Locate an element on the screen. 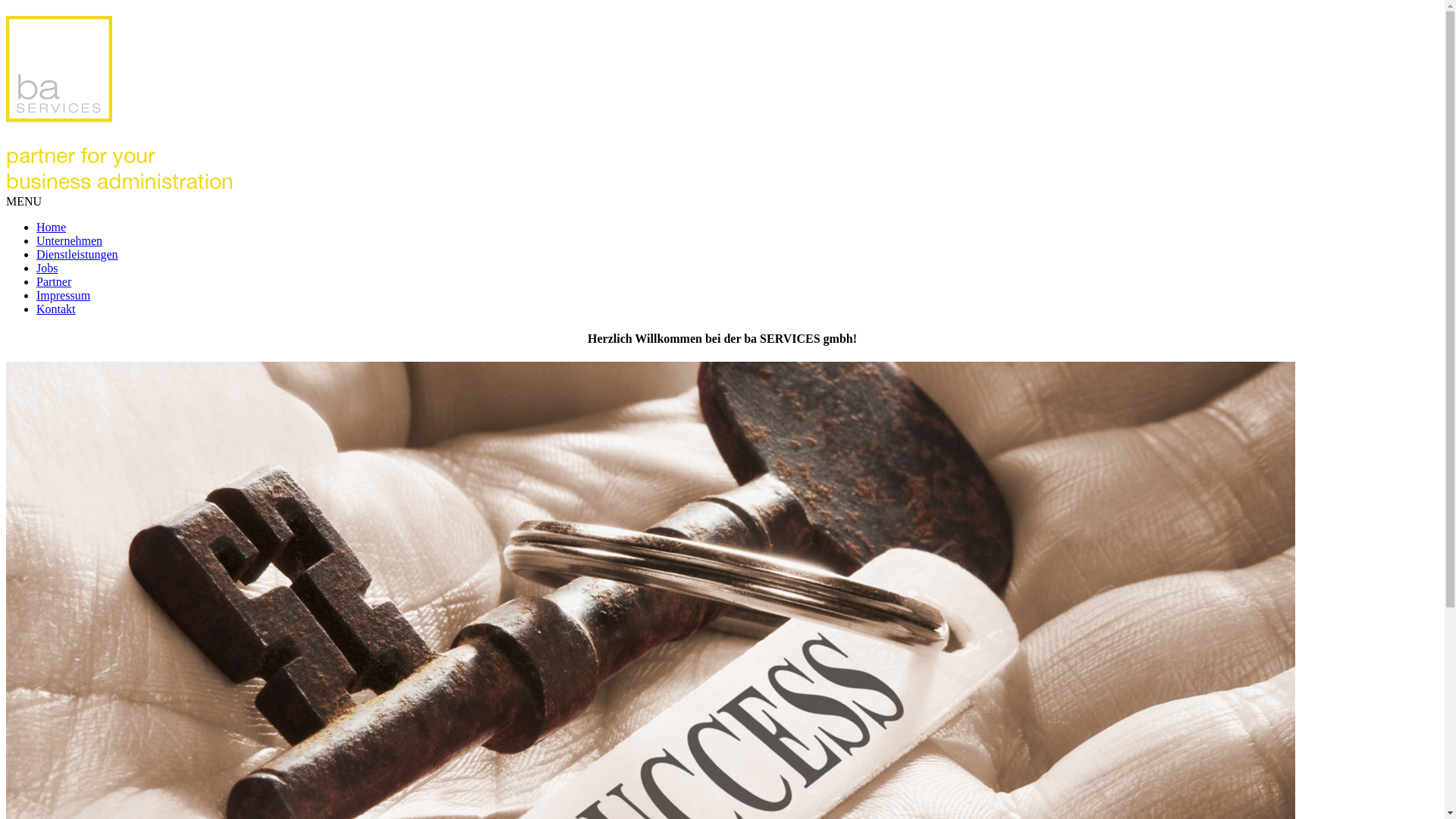  'Jobs' is located at coordinates (47, 267).